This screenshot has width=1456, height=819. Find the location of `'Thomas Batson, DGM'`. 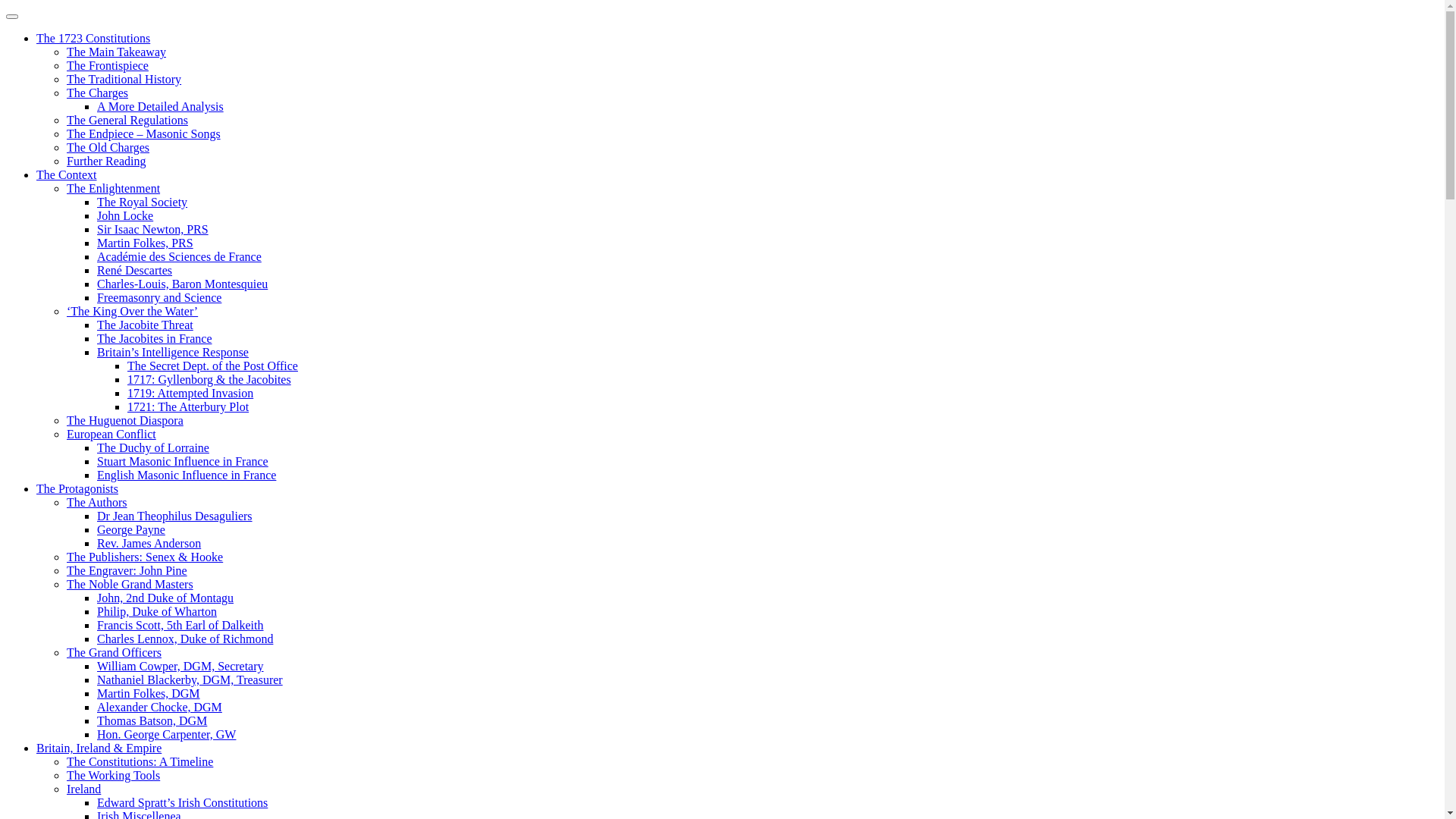

'Thomas Batson, DGM' is located at coordinates (152, 720).